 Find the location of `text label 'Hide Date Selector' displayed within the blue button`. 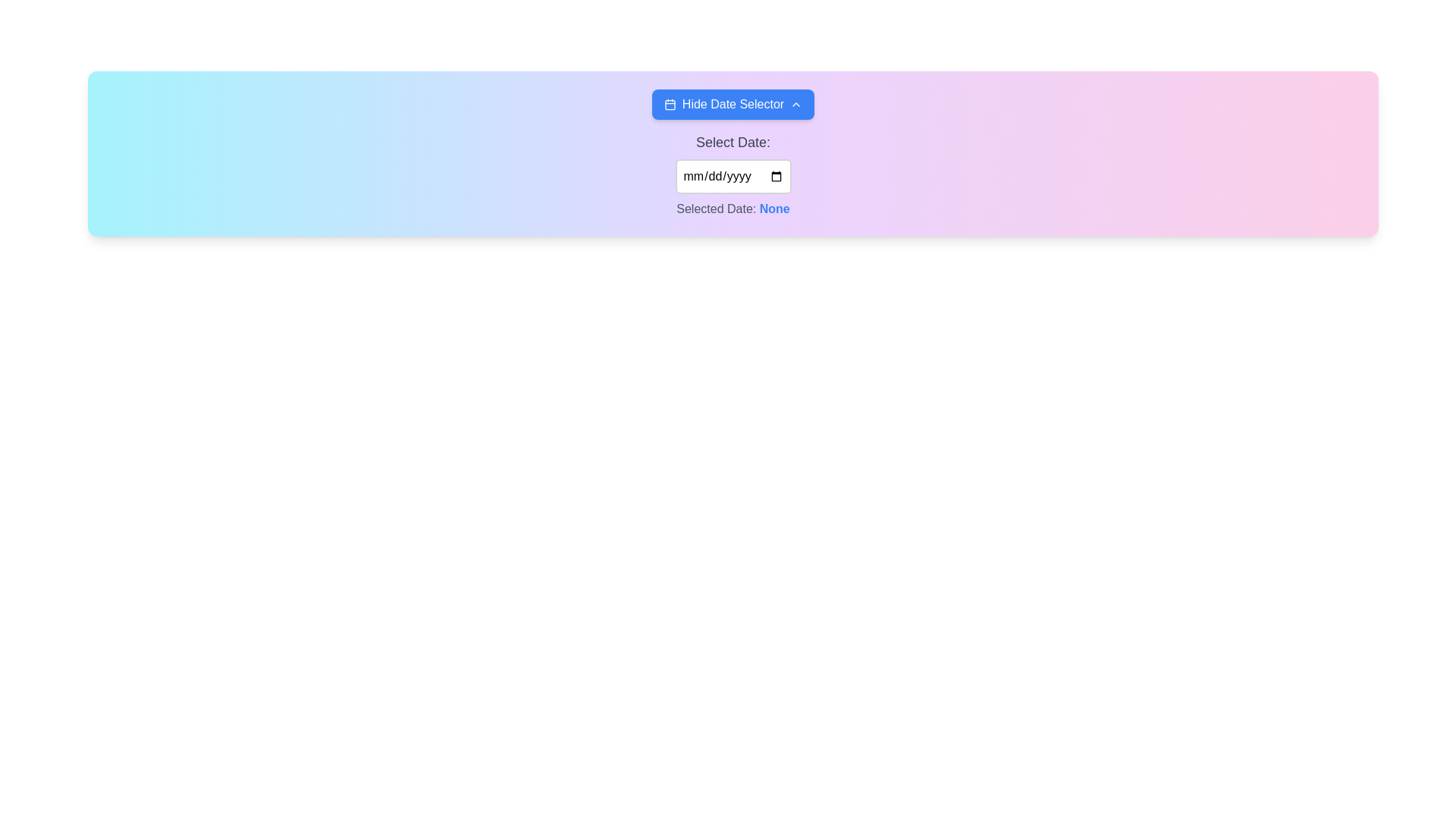

text label 'Hide Date Selector' displayed within the blue button is located at coordinates (733, 104).